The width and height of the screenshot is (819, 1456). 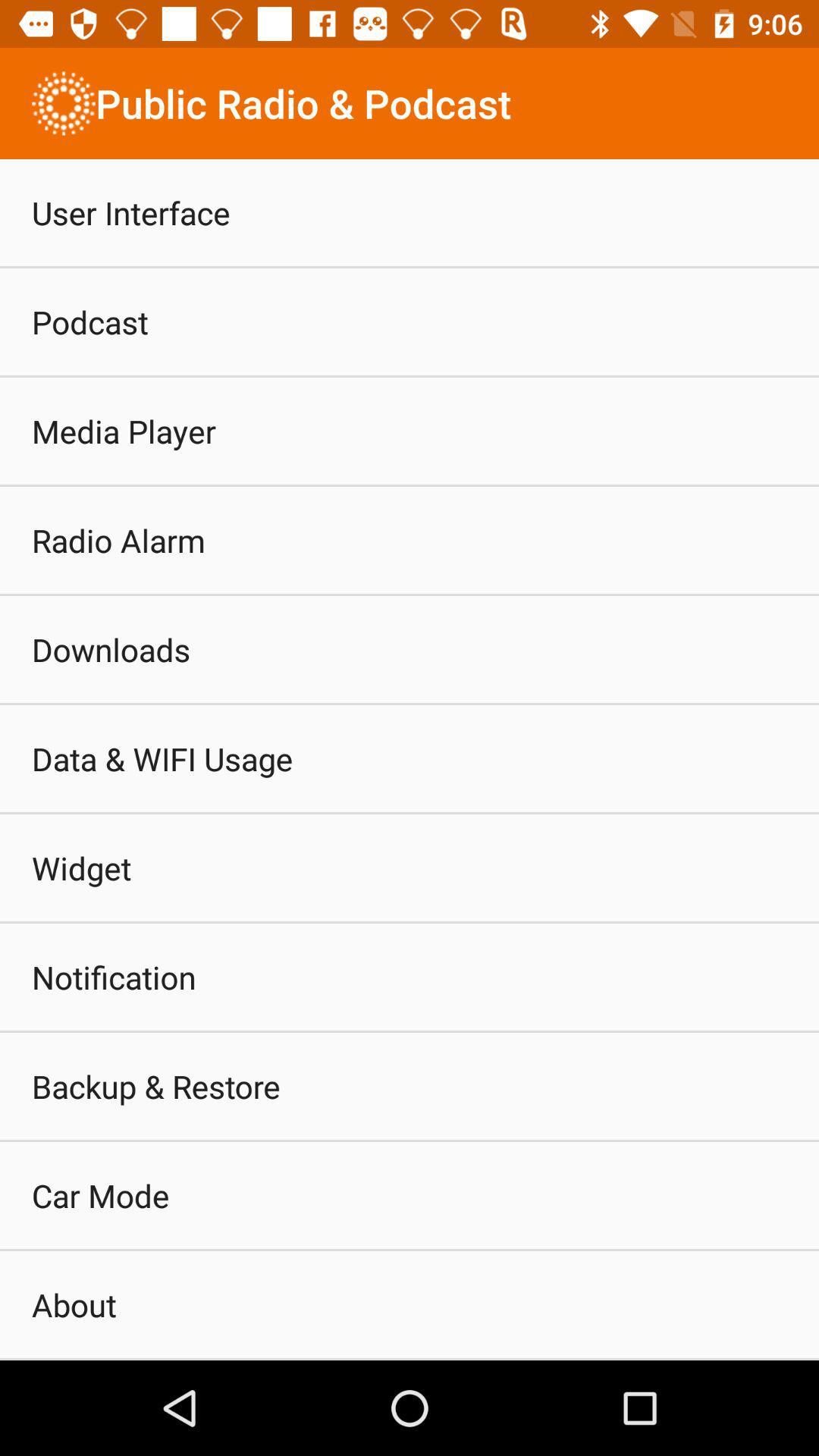 I want to click on item below widget item, so click(x=113, y=977).